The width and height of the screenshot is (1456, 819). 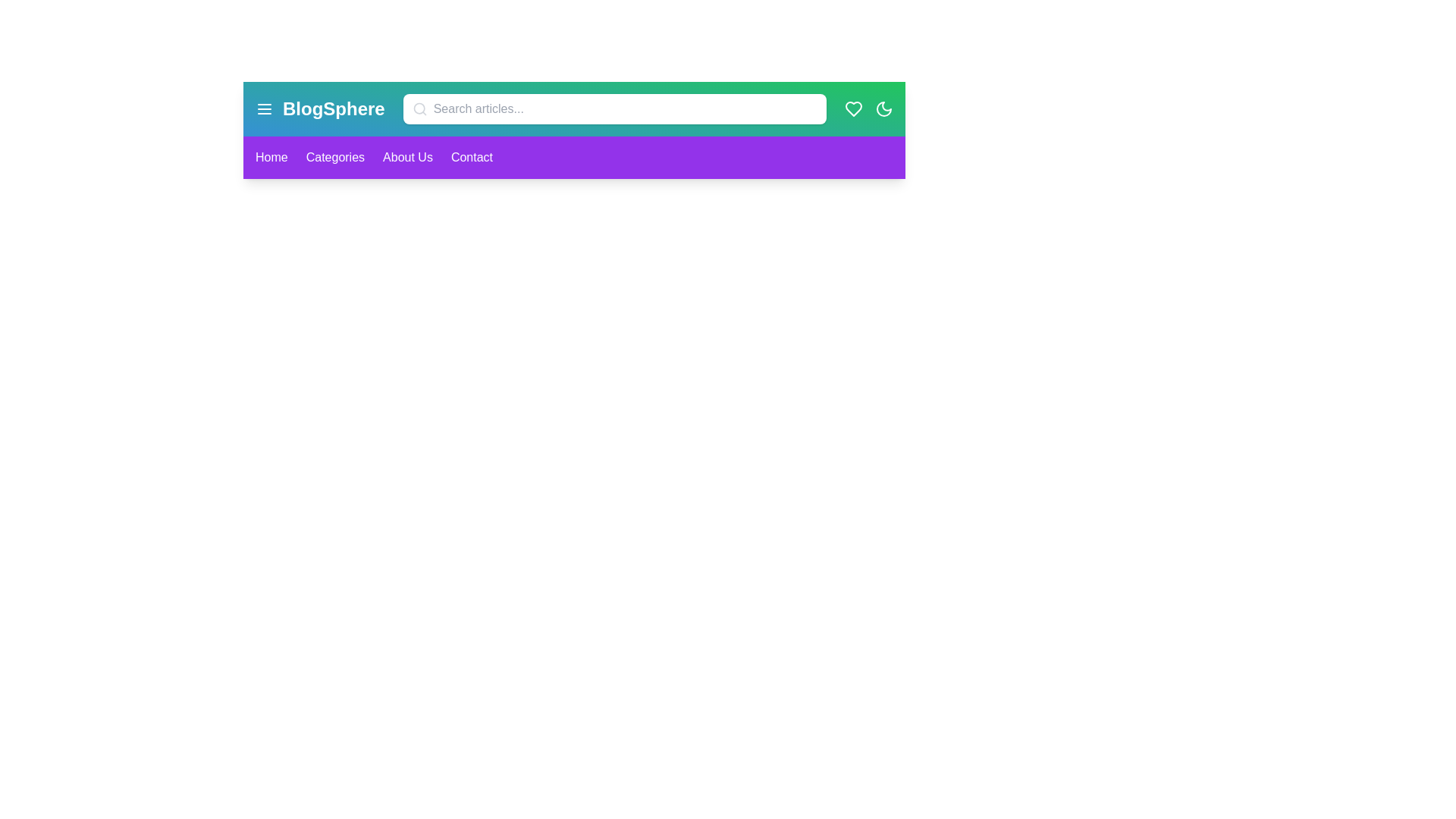 I want to click on the search bar and type 'example text', so click(x=614, y=108).